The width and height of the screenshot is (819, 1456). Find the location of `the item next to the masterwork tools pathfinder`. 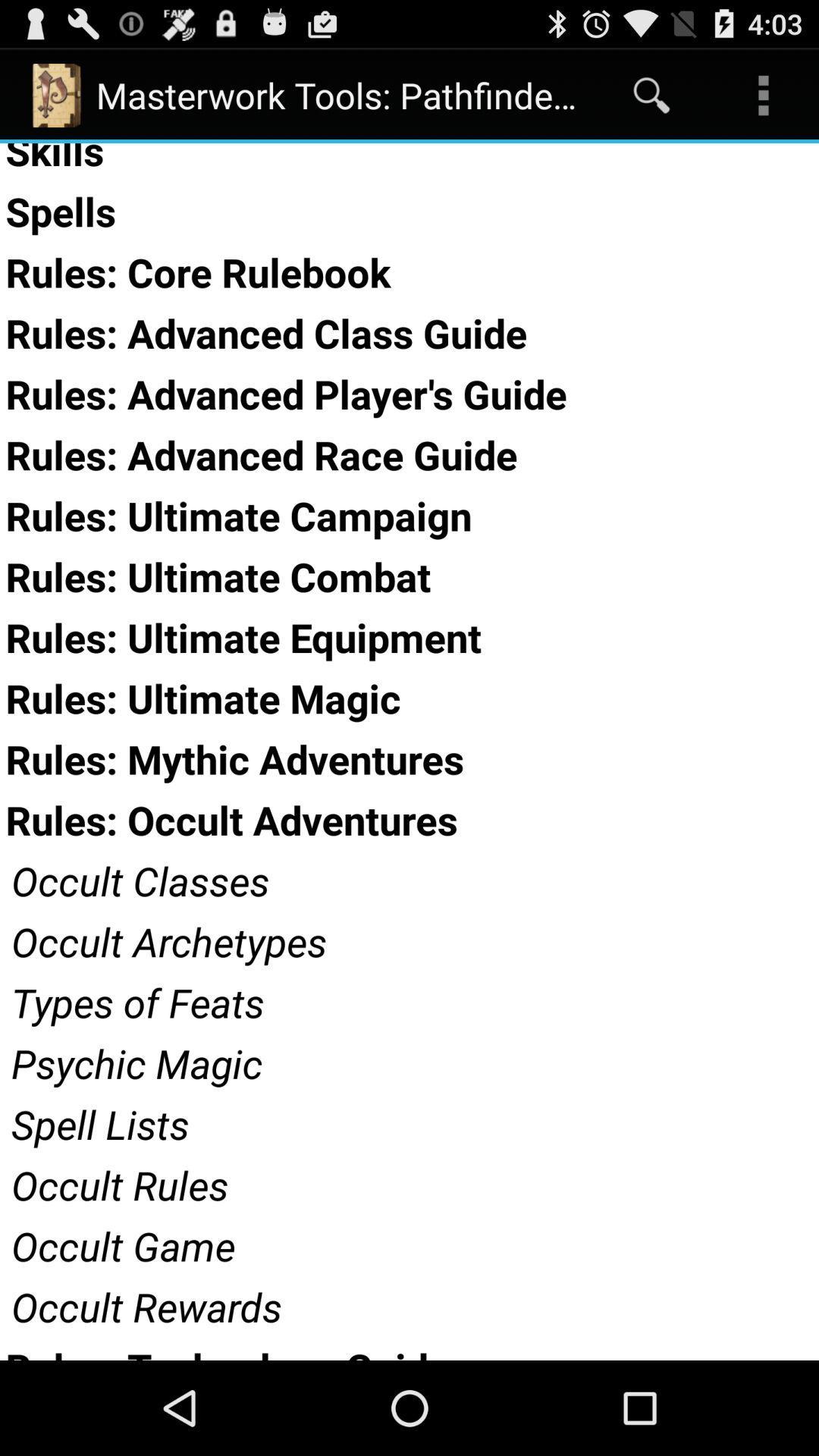

the item next to the masterwork tools pathfinder is located at coordinates (651, 94).